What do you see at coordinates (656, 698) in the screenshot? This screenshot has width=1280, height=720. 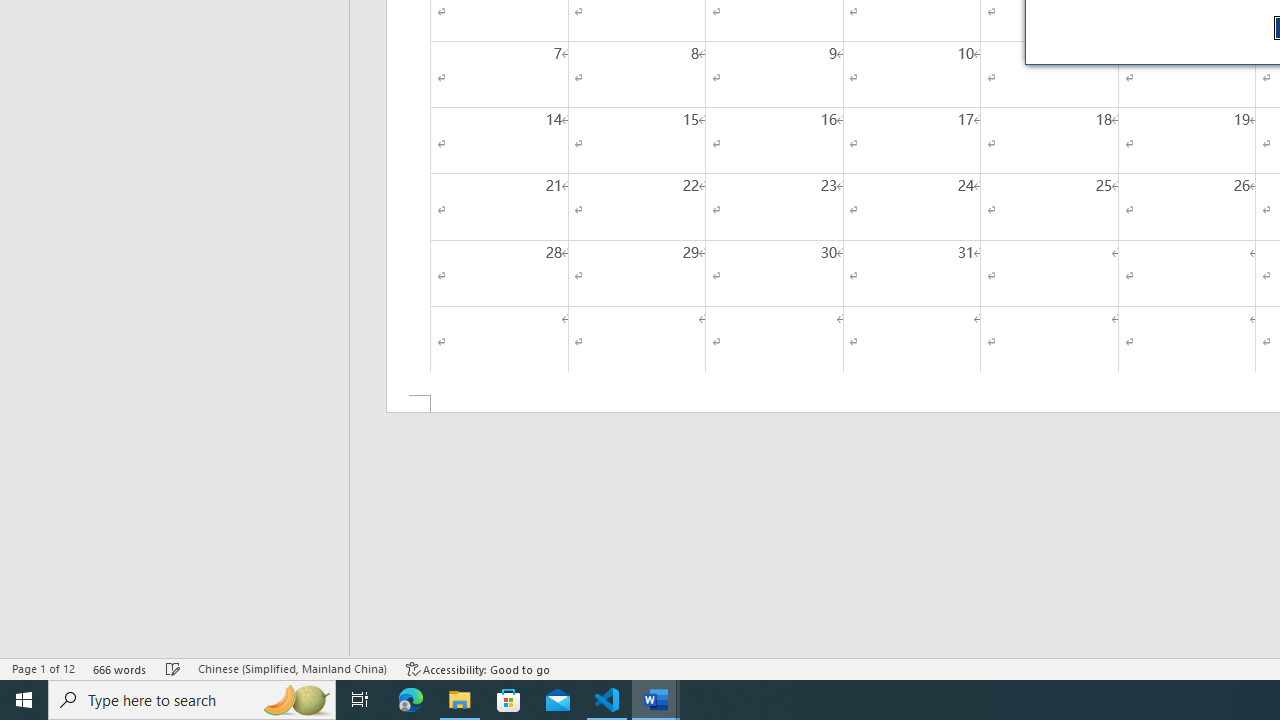 I see `'Word - 2 running windows'` at bounding box center [656, 698].